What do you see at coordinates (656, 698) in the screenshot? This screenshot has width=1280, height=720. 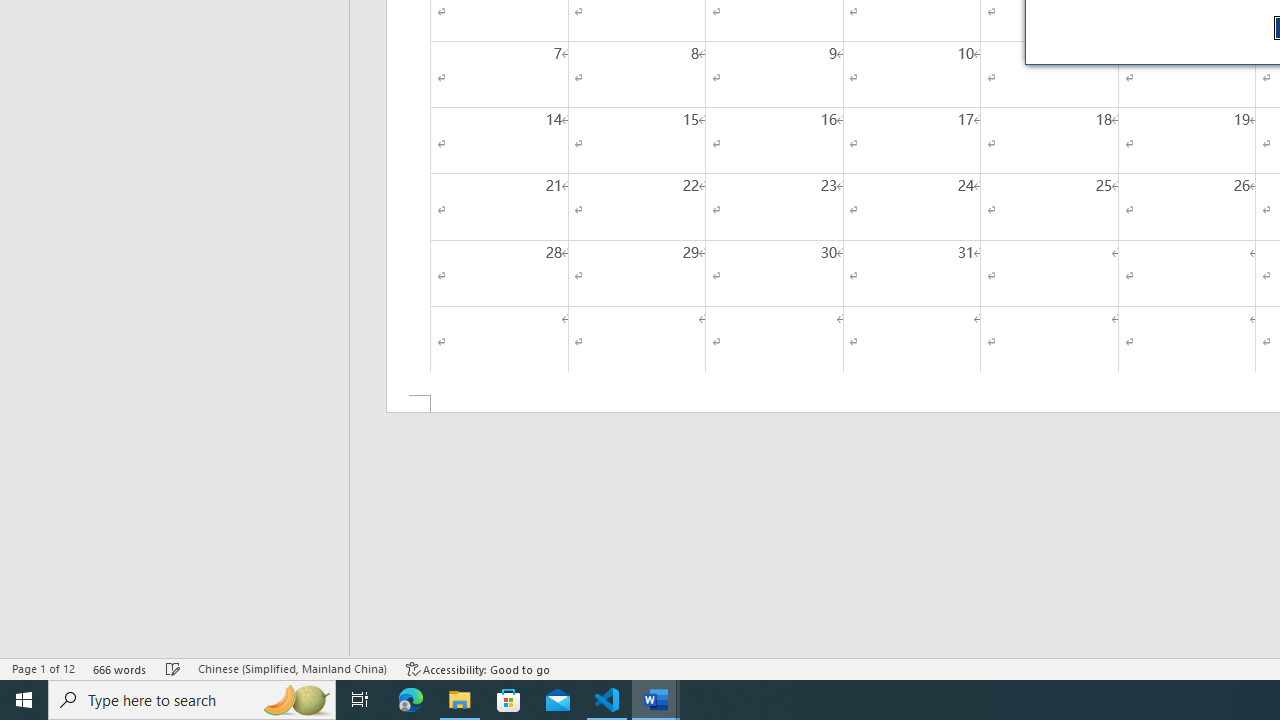 I see `'Word - 2 running windows'` at bounding box center [656, 698].